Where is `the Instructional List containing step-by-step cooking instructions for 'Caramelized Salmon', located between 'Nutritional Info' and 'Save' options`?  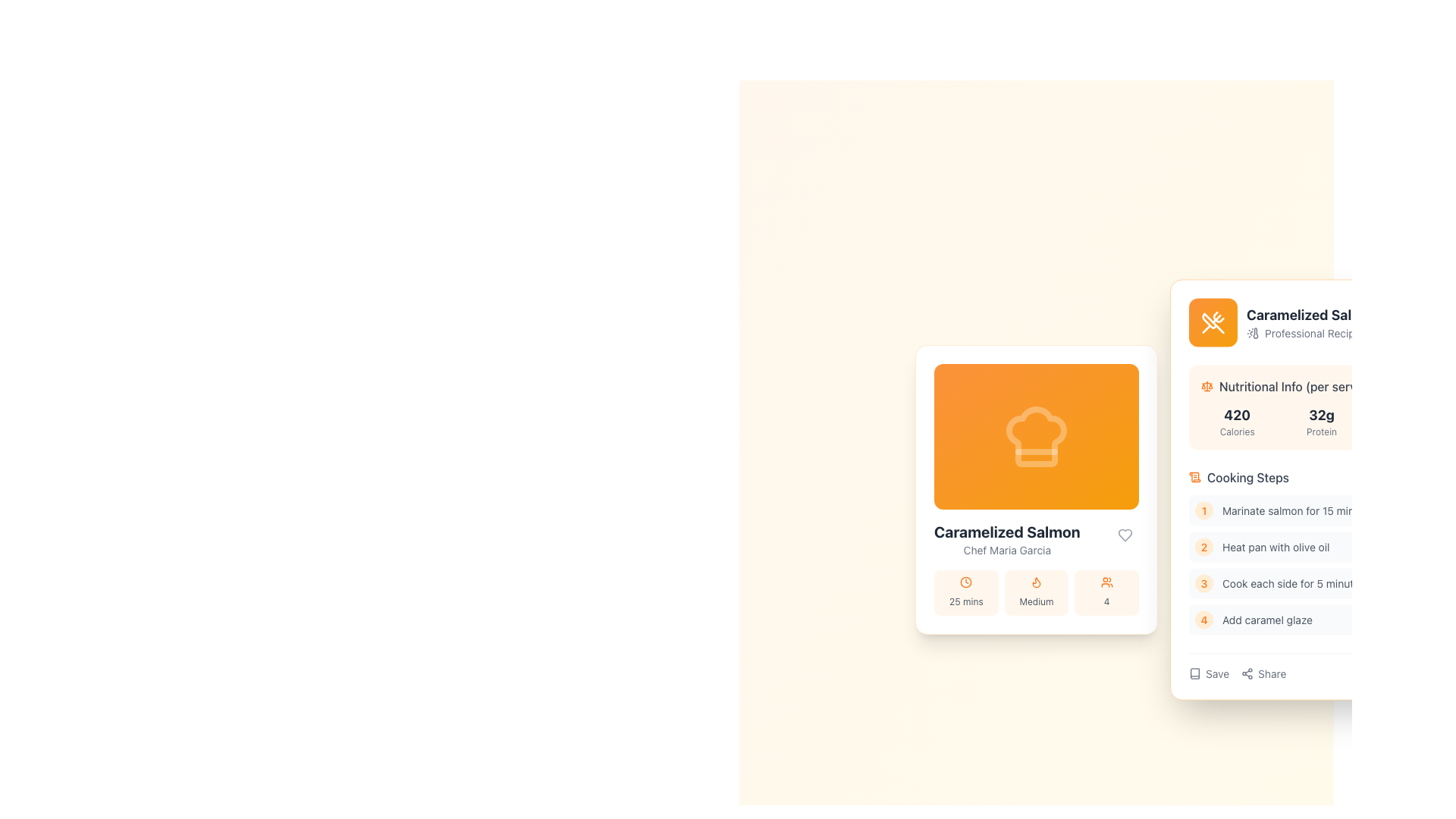
the Instructional List containing step-by-step cooking instructions for 'Caramelized Salmon', located between 'Nutritional Info' and 'Save' options is located at coordinates (1320, 500).